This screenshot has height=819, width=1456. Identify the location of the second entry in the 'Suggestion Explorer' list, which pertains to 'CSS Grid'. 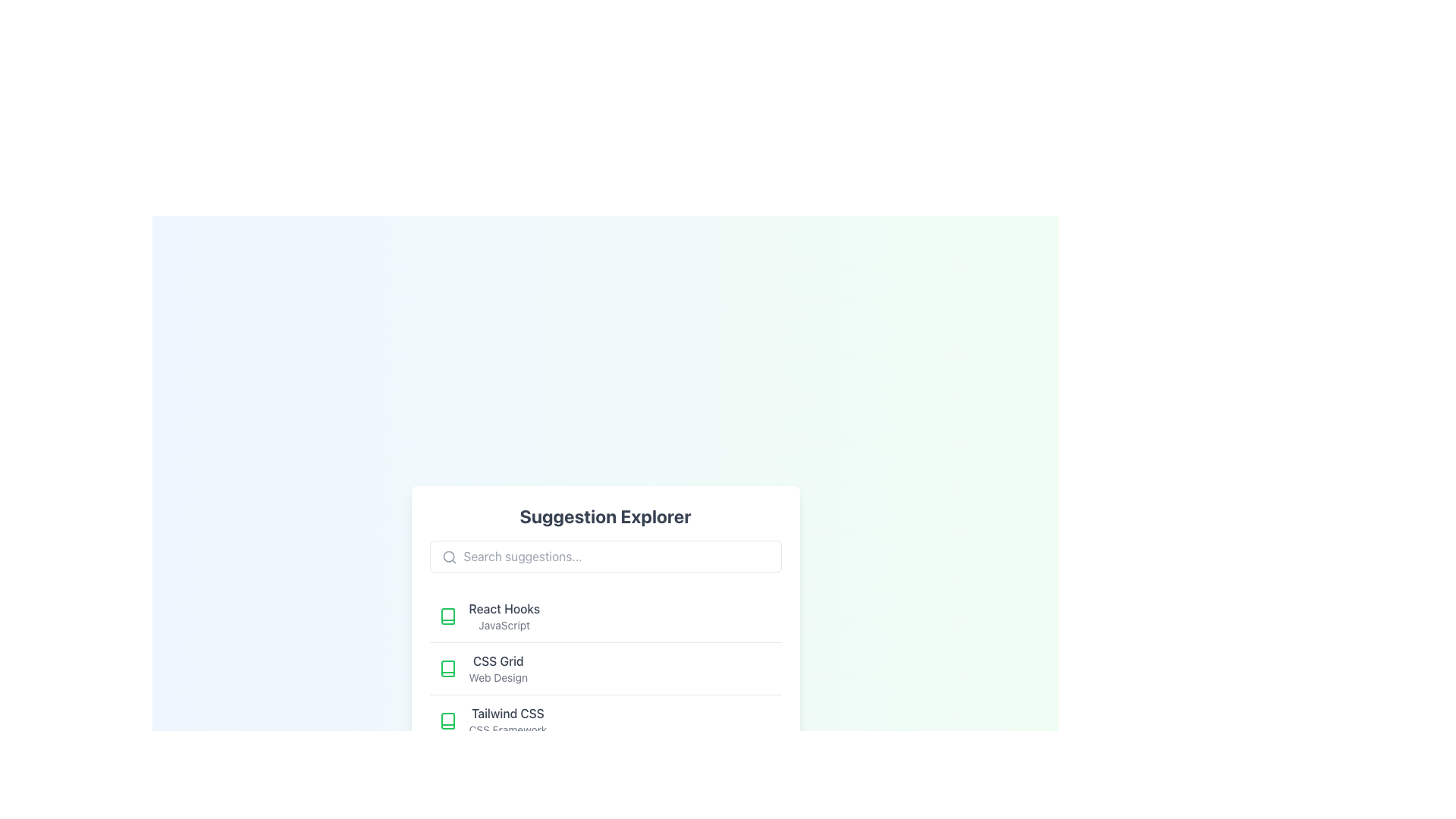
(604, 668).